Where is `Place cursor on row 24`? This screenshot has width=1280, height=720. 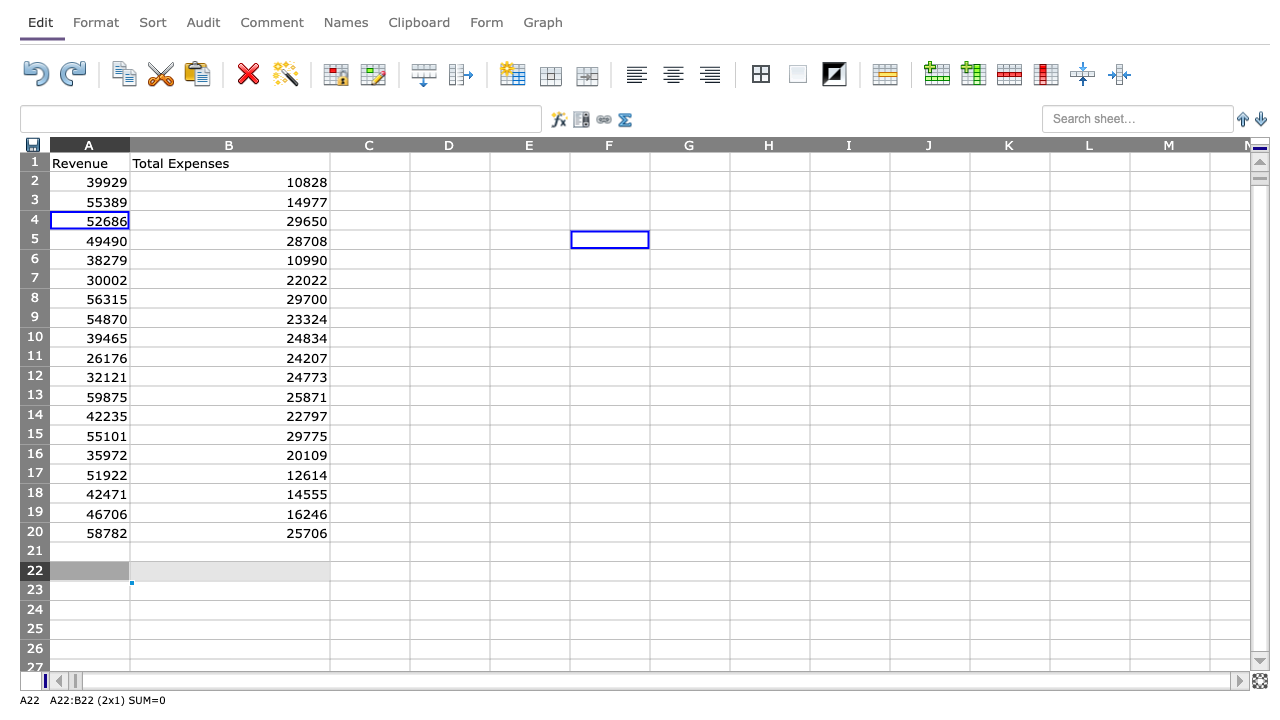 Place cursor on row 24 is located at coordinates (34, 609).